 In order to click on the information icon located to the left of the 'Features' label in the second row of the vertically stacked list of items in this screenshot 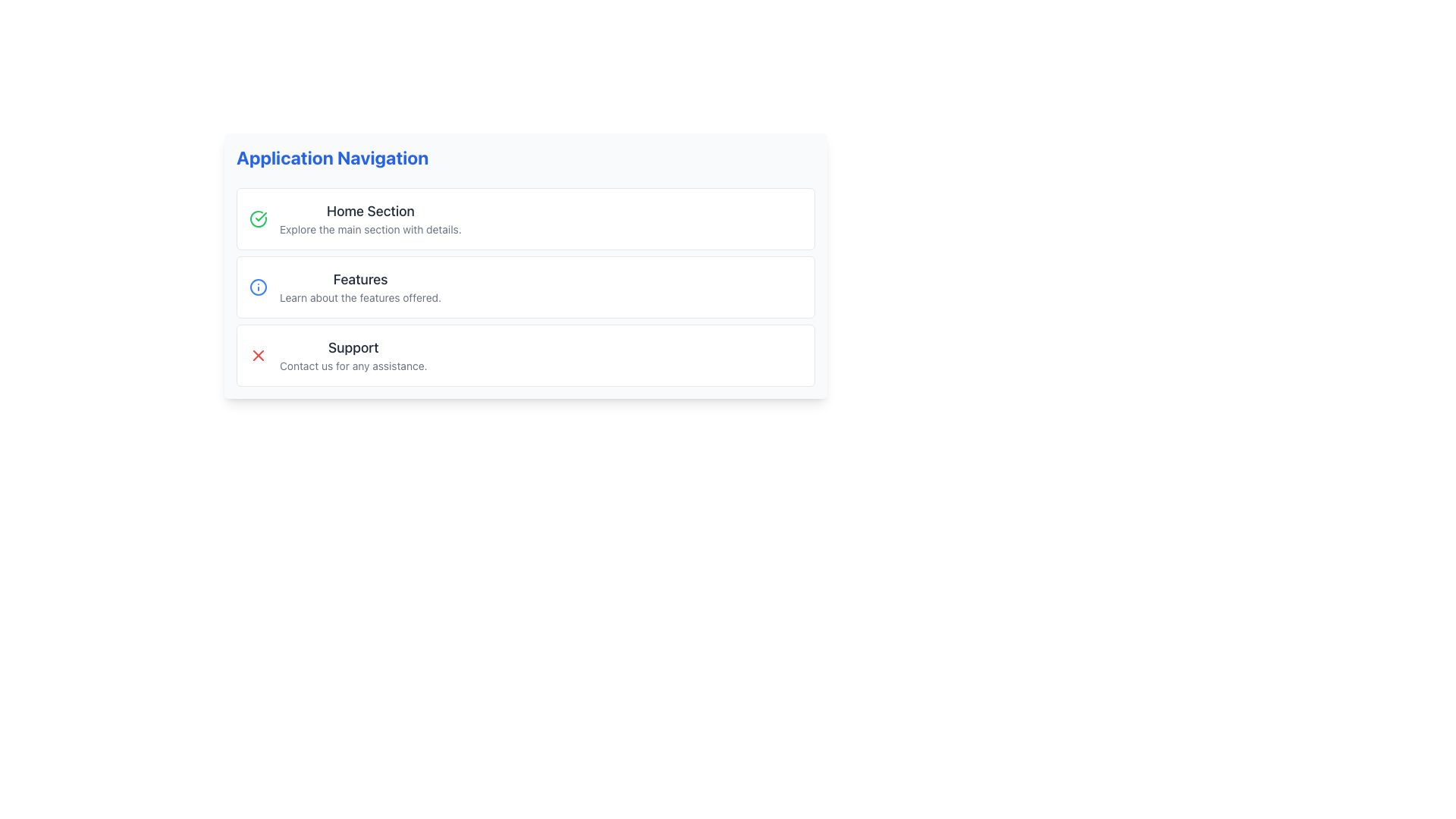, I will do `click(258, 287)`.